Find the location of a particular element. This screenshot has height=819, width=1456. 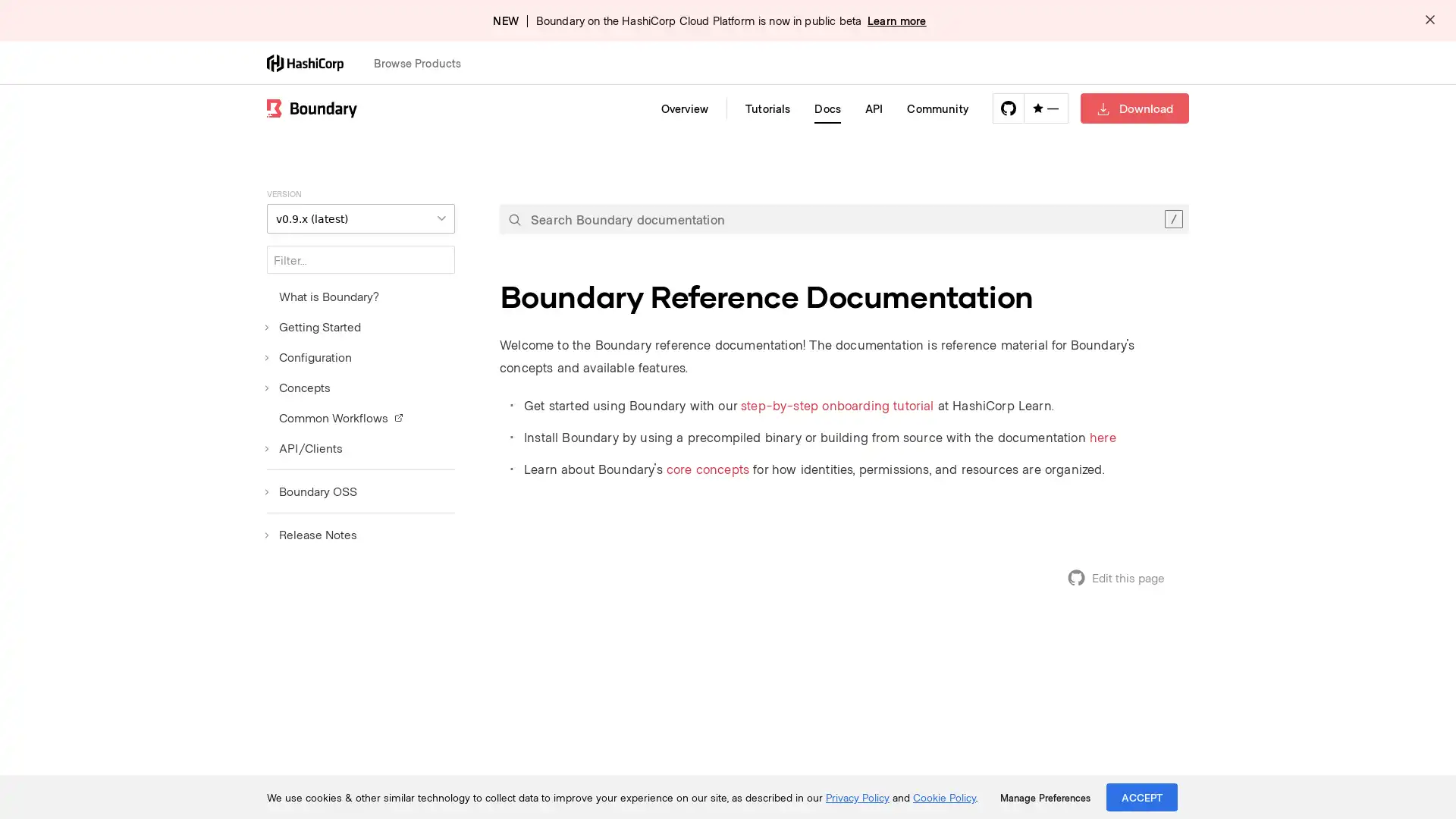

Concepts is located at coordinates (298, 386).